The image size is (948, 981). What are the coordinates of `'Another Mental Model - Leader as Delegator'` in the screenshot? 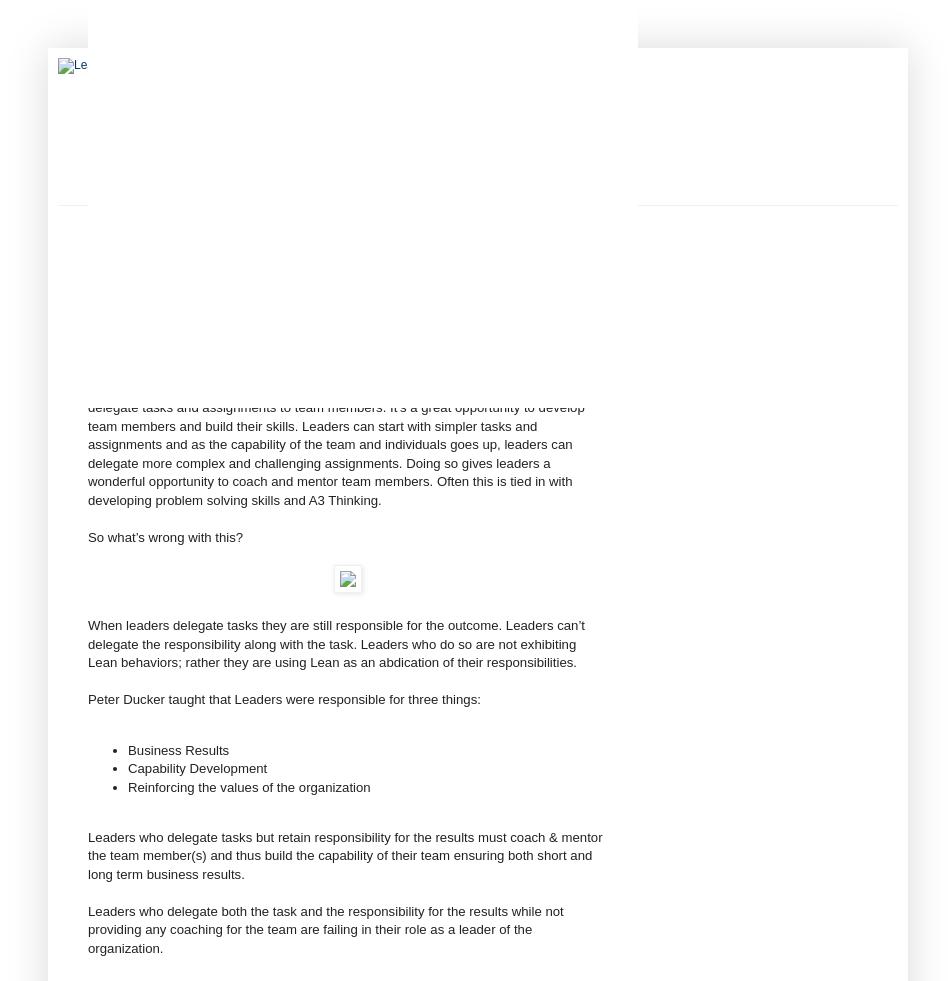 It's located at (304, 275).